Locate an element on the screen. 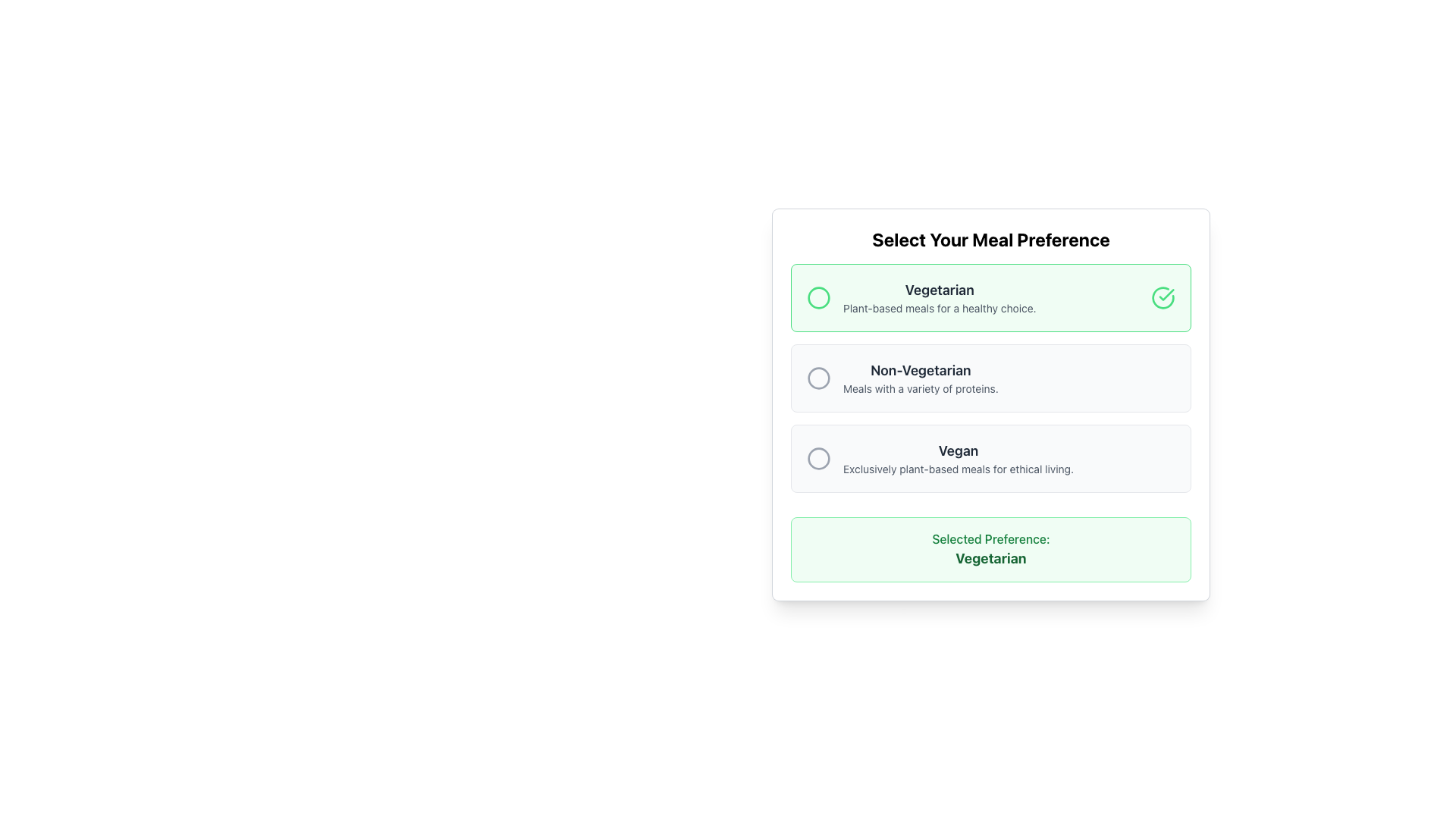 The height and width of the screenshot is (819, 1456). the SVG Circle representing the 'Vegetarian' option in the meal preference selection form, which has a green border and a transparent center is located at coordinates (818, 298).